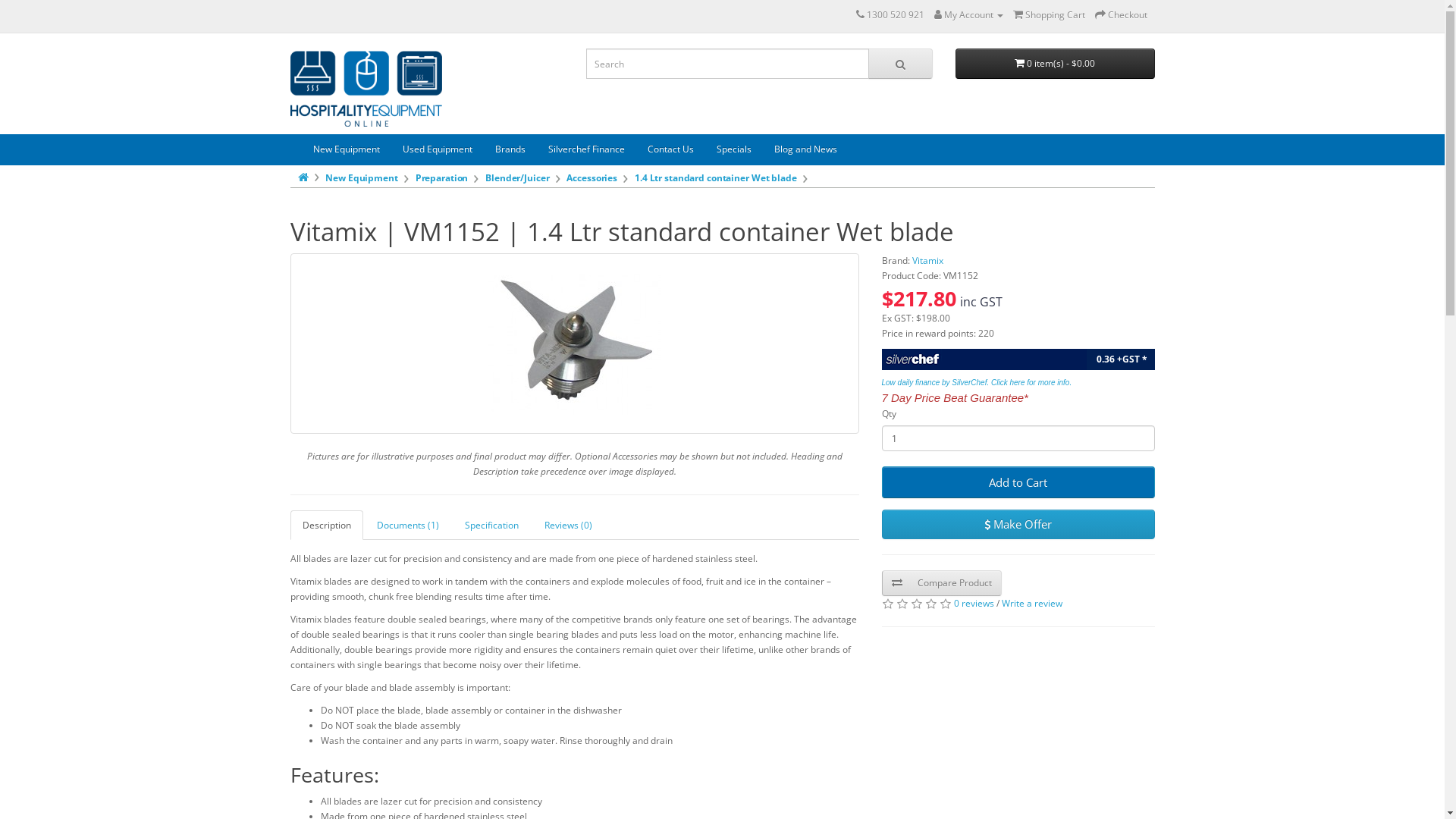  Describe the element at coordinates (1018, 482) in the screenshot. I see `'Add to Cart'` at that location.